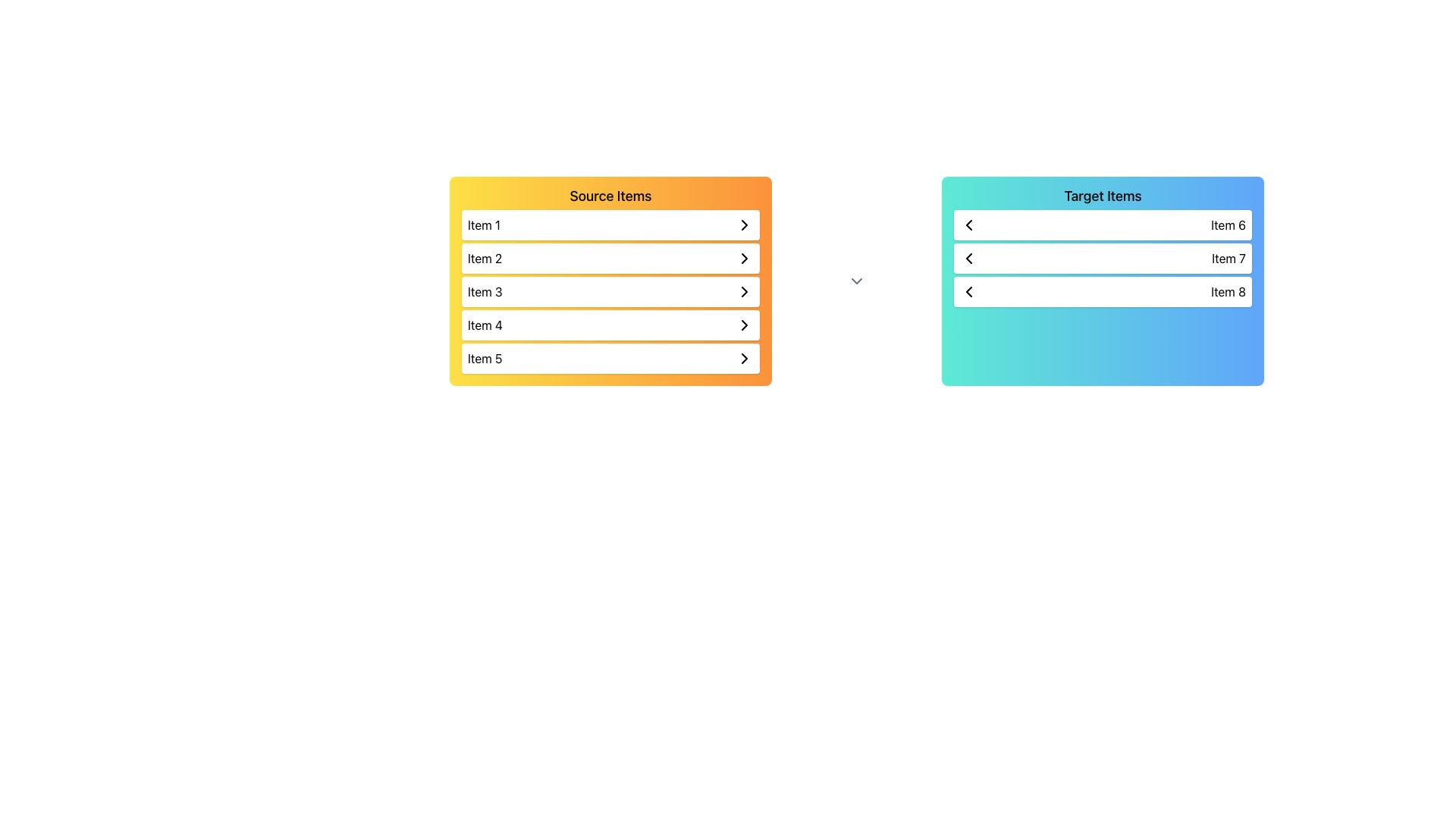 The height and width of the screenshot is (819, 1456). I want to click on the right-facing chevron arrow icon at the end of the interactive list item box labeled 'Item 5', so click(744, 359).